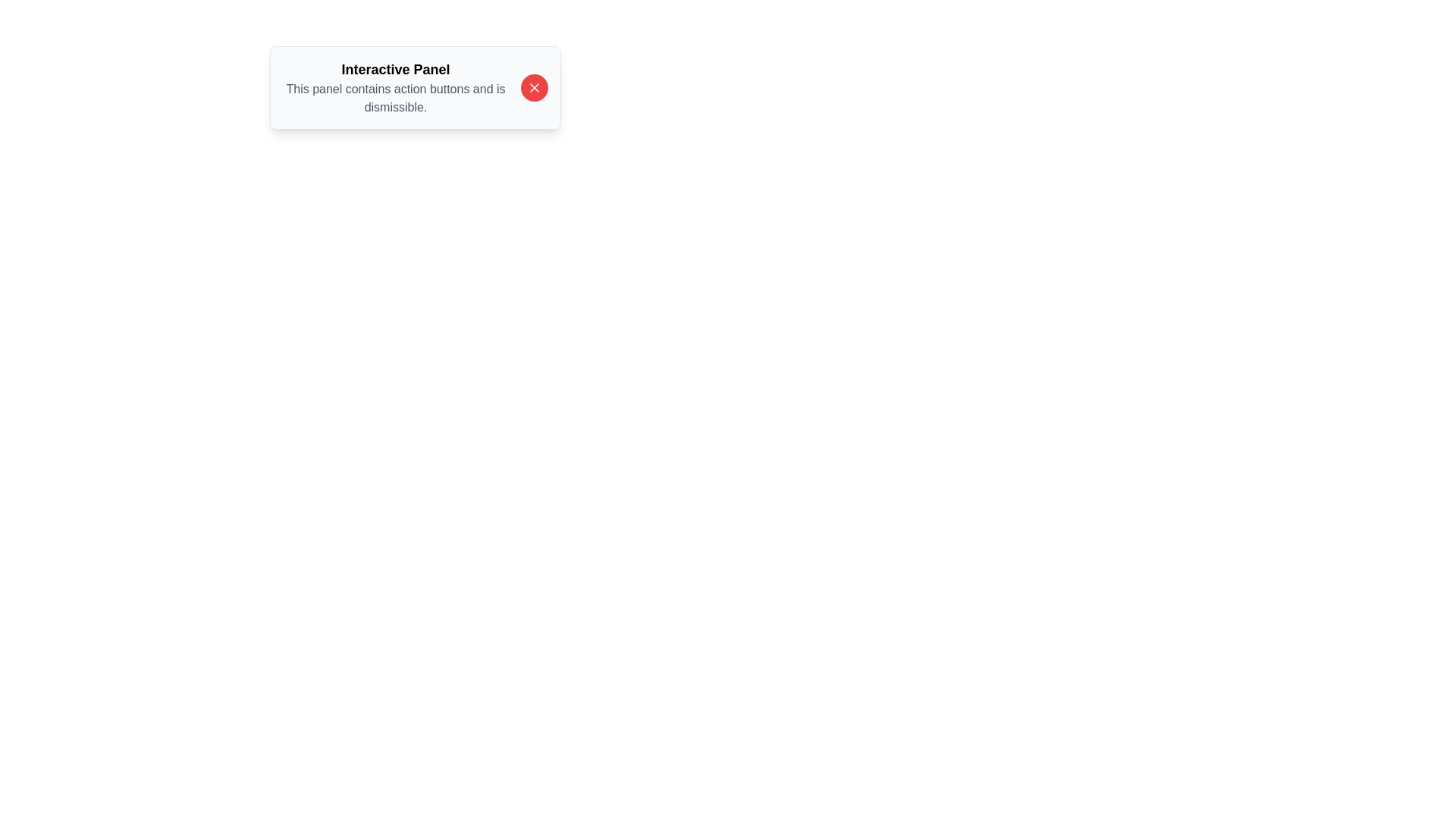 This screenshot has height=819, width=1456. I want to click on the small red circular icon with a white cross located in the top-right corner of the panel, so click(535, 87).